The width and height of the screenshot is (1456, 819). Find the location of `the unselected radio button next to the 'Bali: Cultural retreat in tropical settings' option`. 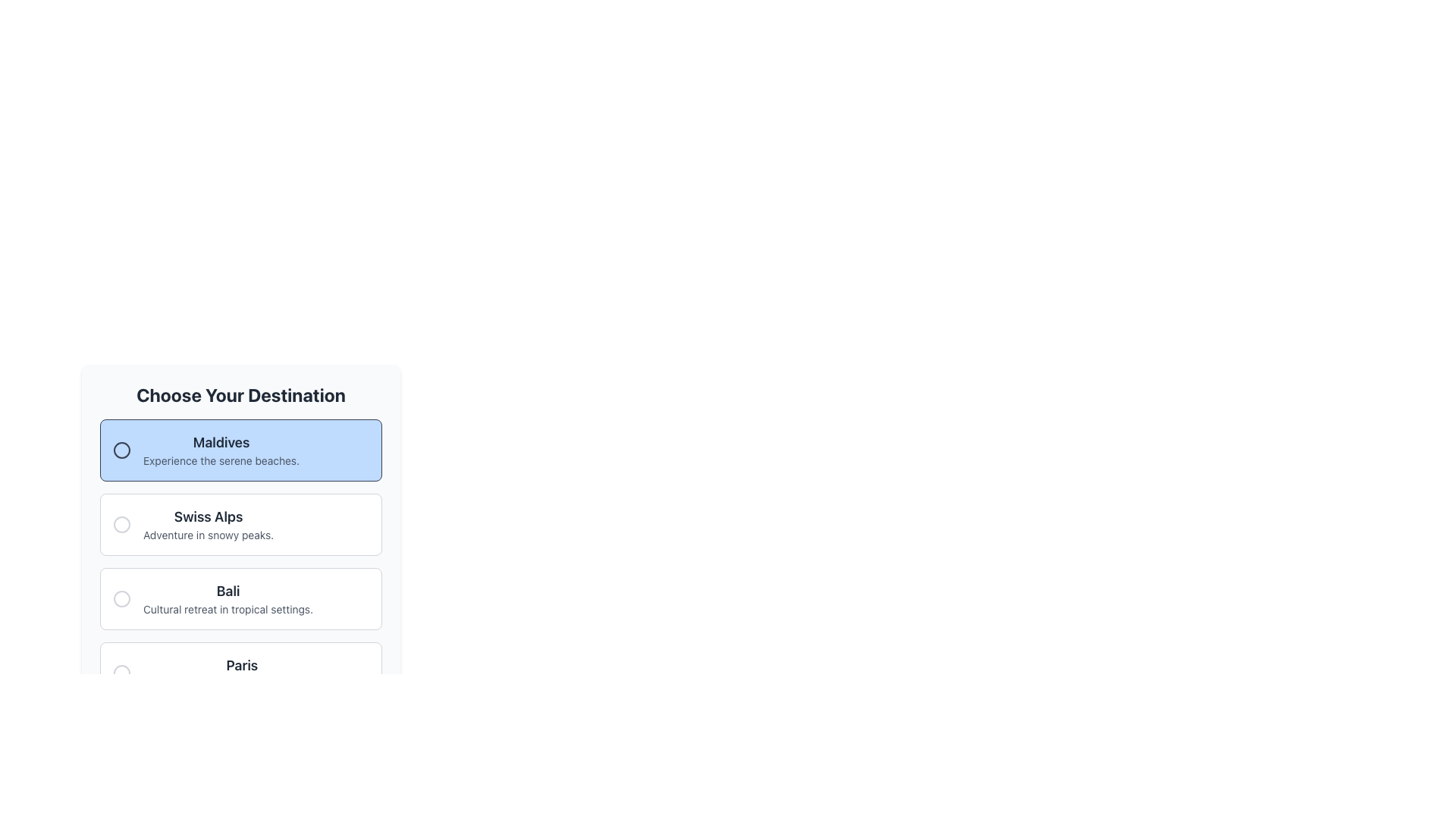

the unselected radio button next to the 'Bali: Cultural retreat in tropical settings' option is located at coordinates (122, 598).